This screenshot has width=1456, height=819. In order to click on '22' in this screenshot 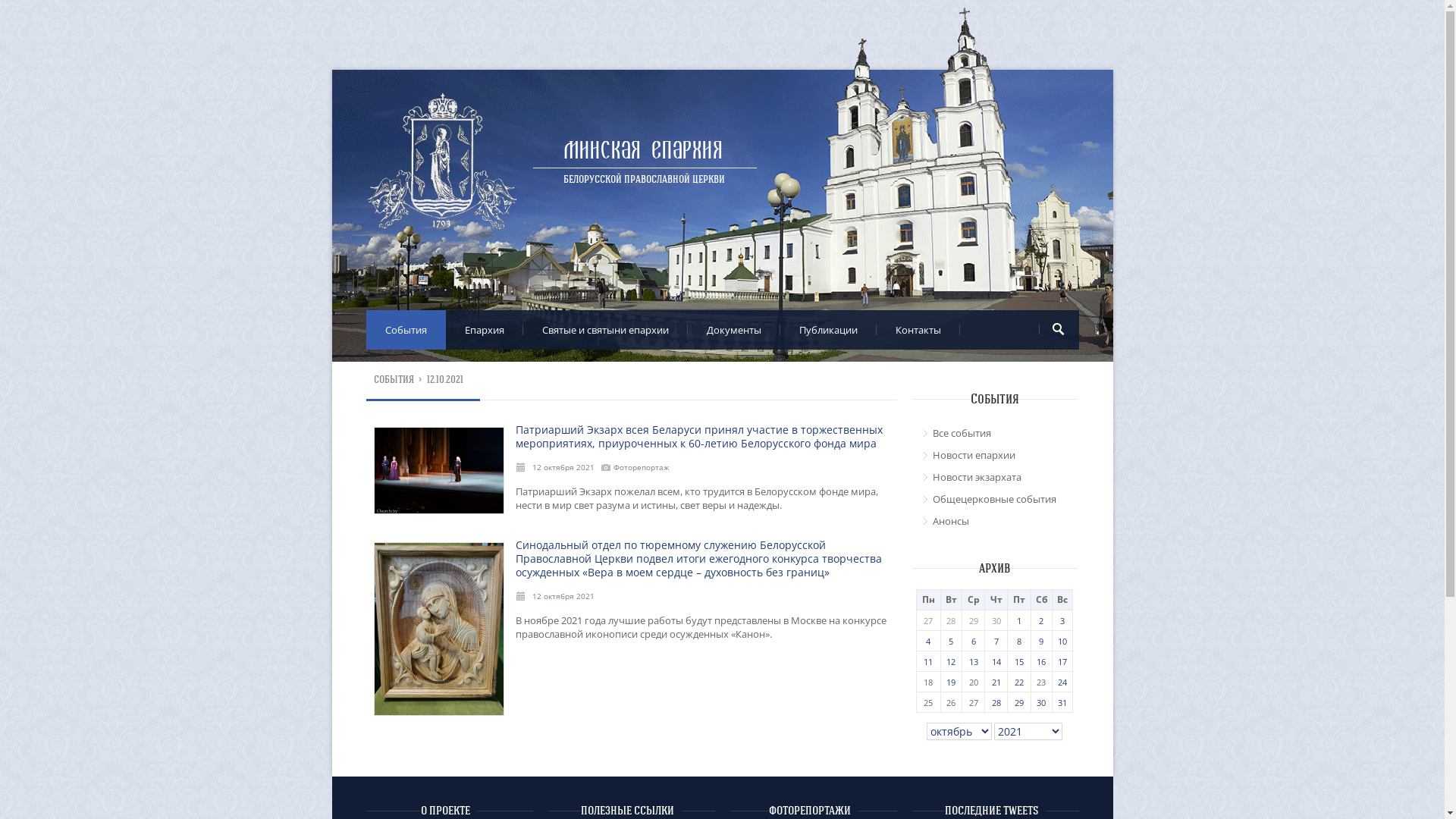, I will do `click(1019, 681)`.